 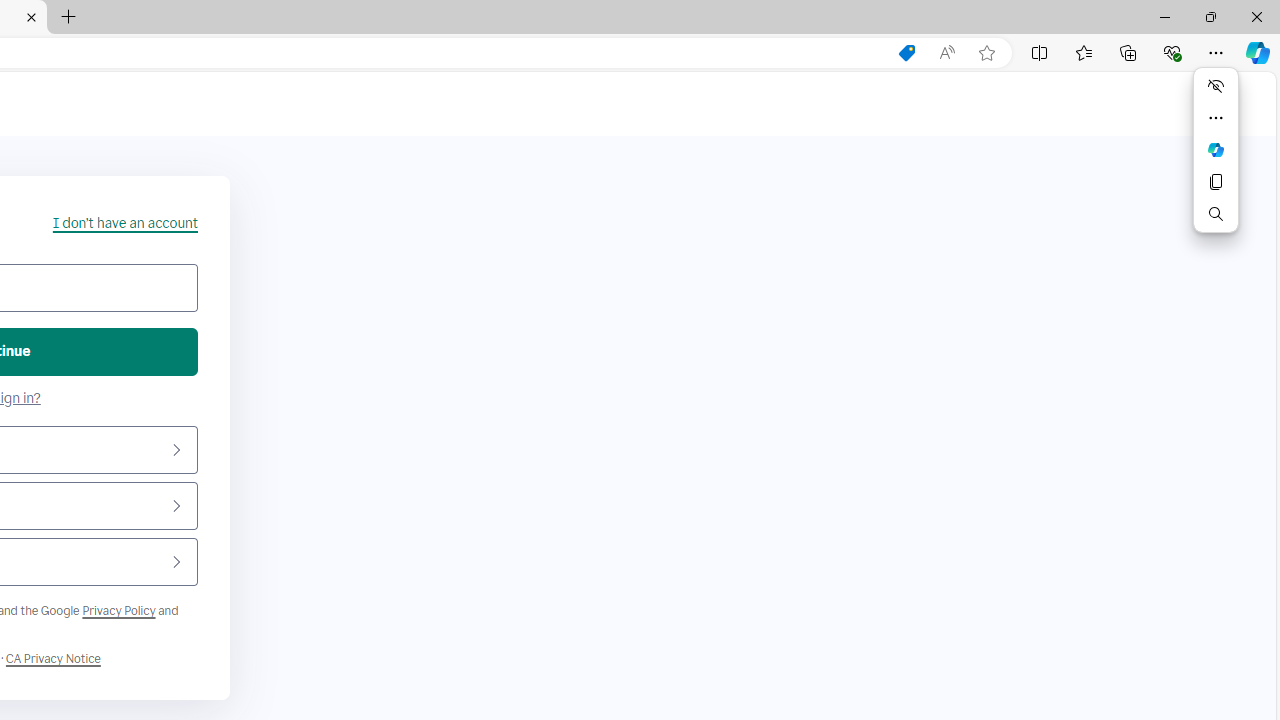 What do you see at coordinates (1215, 118) in the screenshot?
I see `'More actions'` at bounding box center [1215, 118].